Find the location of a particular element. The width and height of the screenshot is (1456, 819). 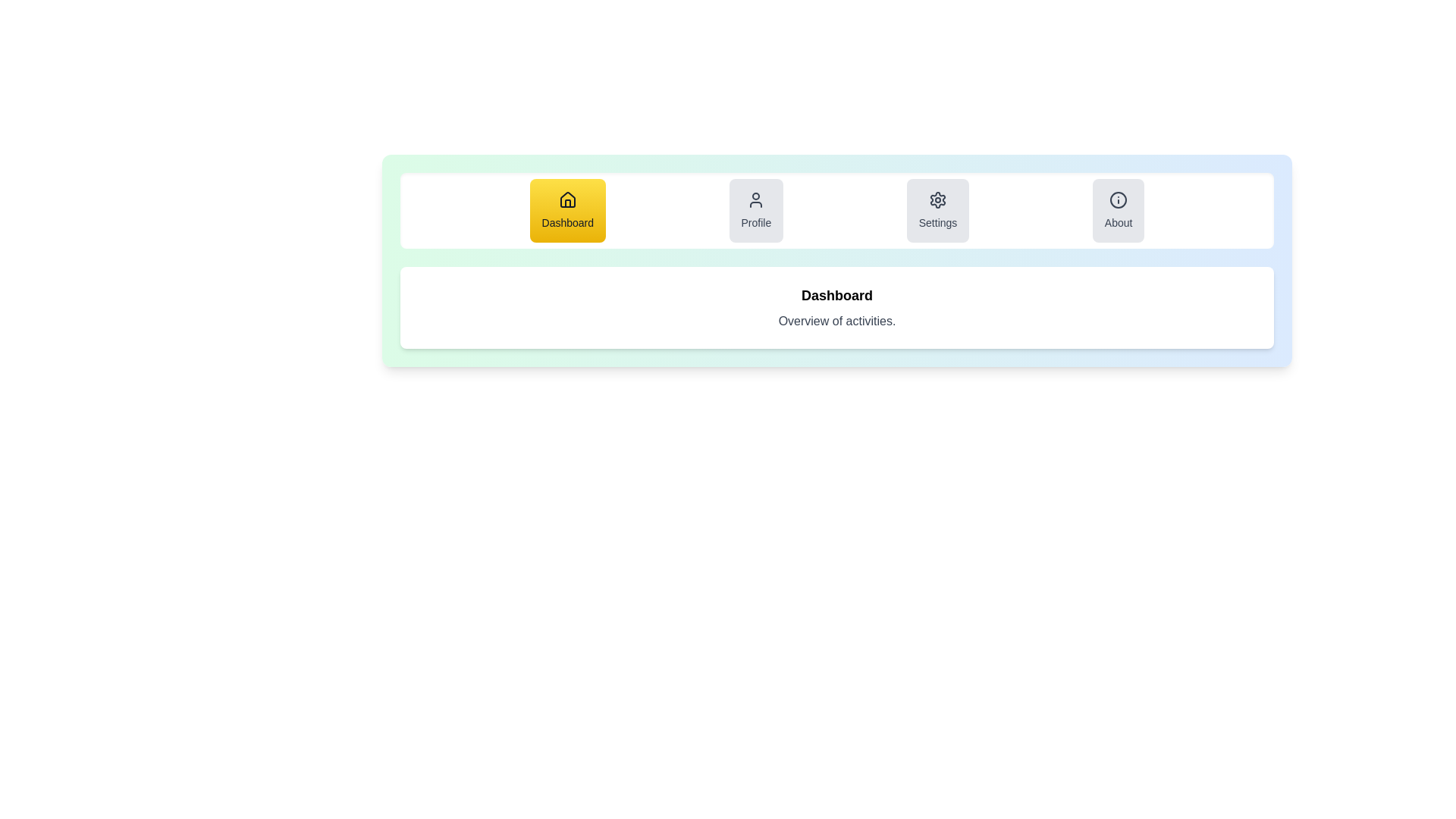

the tab button corresponding to Dashboard is located at coordinates (566, 210).